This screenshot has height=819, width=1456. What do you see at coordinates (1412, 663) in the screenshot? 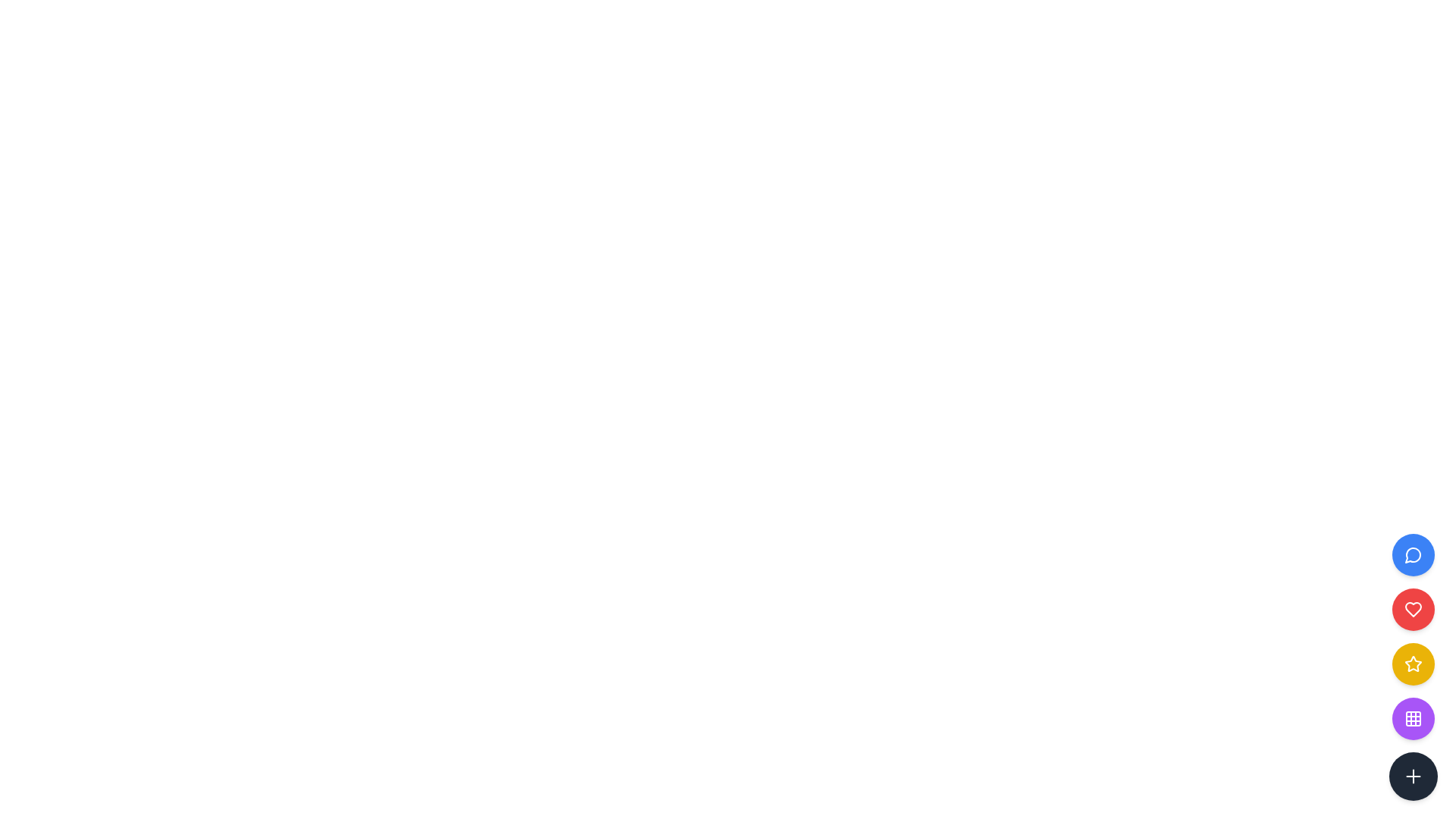
I see `the star icon button, which is located third from the top in a vertical row of icons on the right side of the interface` at bounding box center [1412, 663].